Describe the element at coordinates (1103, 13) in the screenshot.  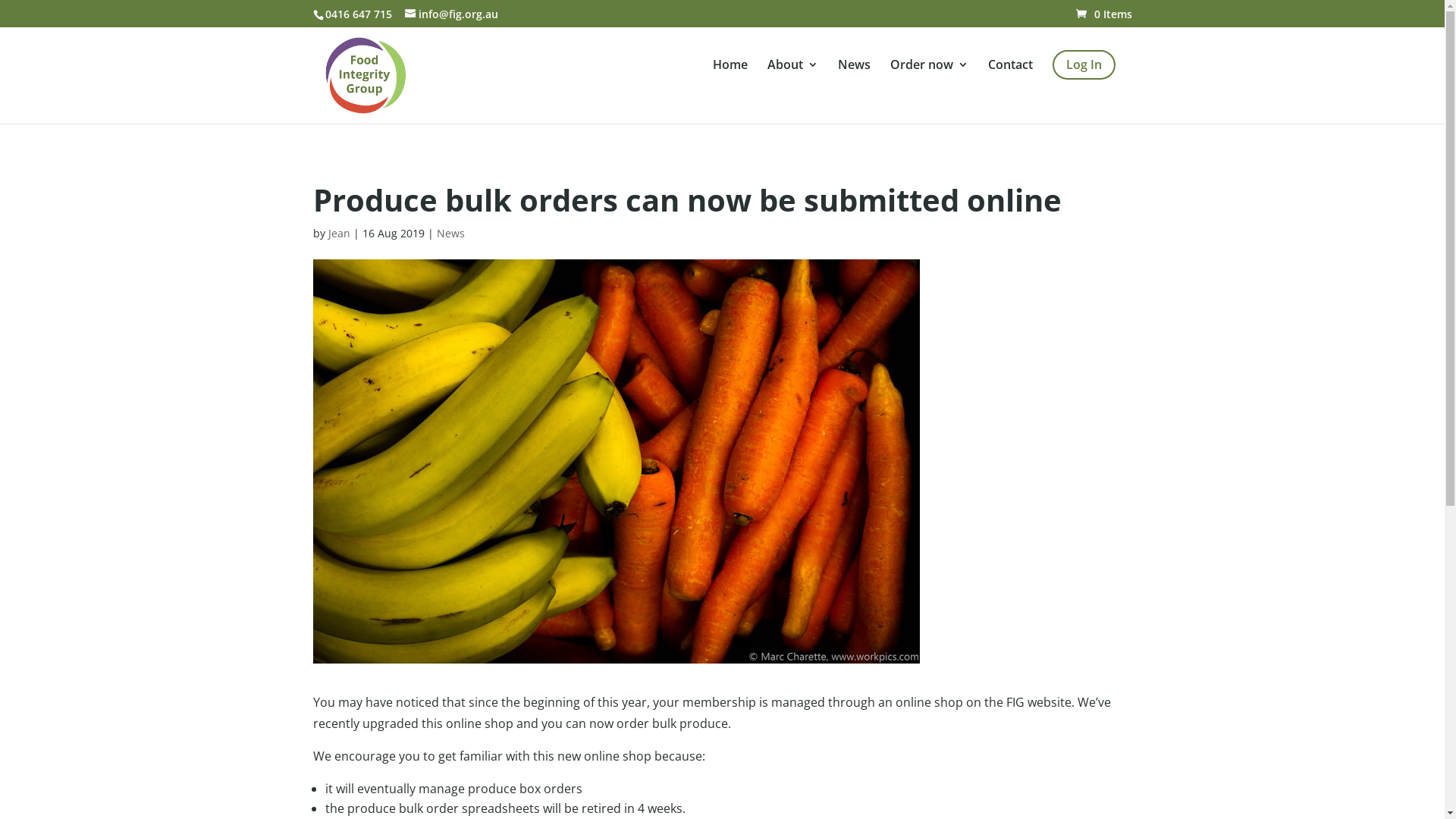
I see `'0 Items'` at that location.